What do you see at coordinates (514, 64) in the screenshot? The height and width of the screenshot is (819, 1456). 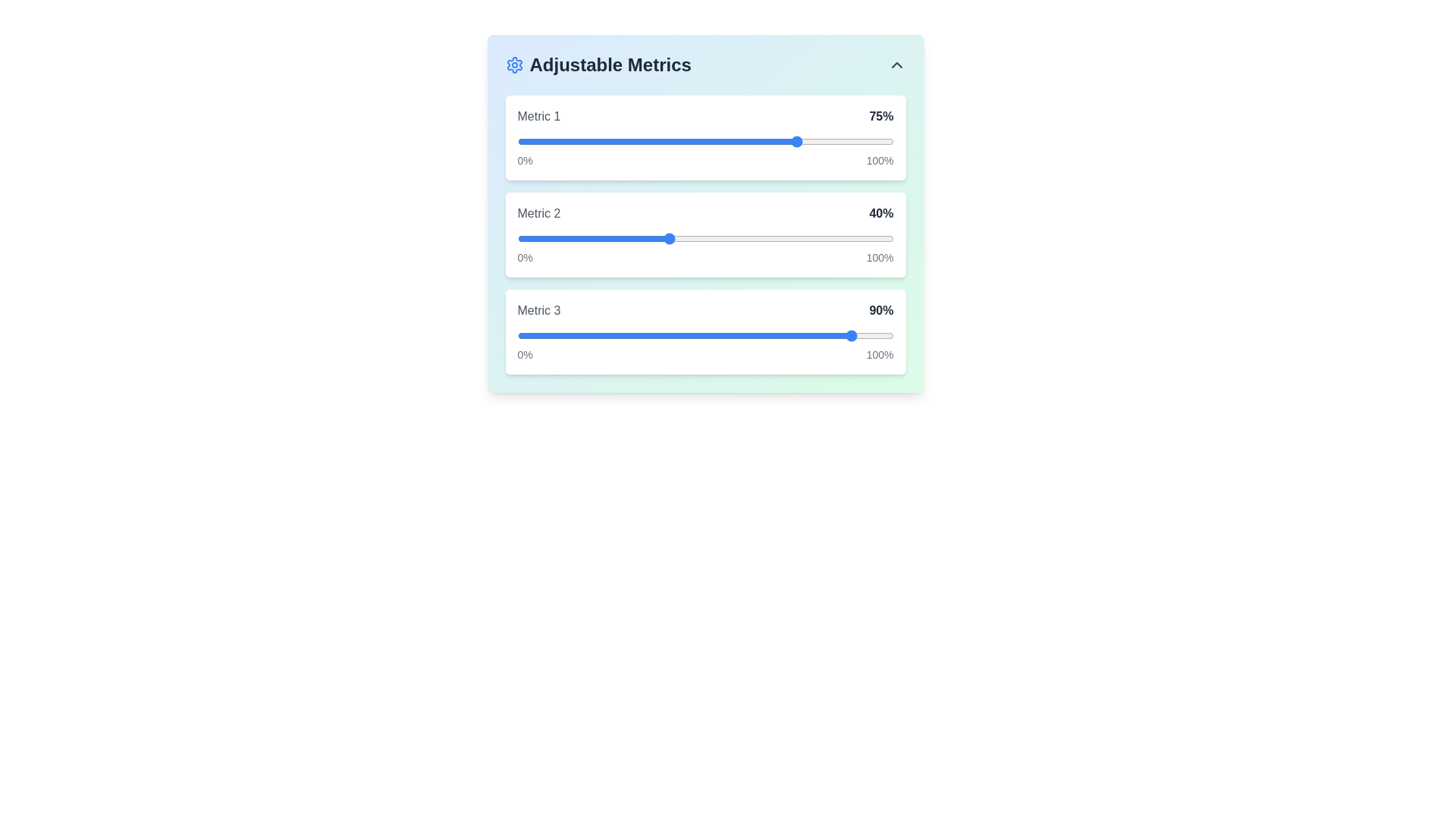 I see `the settings gear icon located to the left of the 'Adjustable Metrics' text in the header area` at bounding box center [514, 64].